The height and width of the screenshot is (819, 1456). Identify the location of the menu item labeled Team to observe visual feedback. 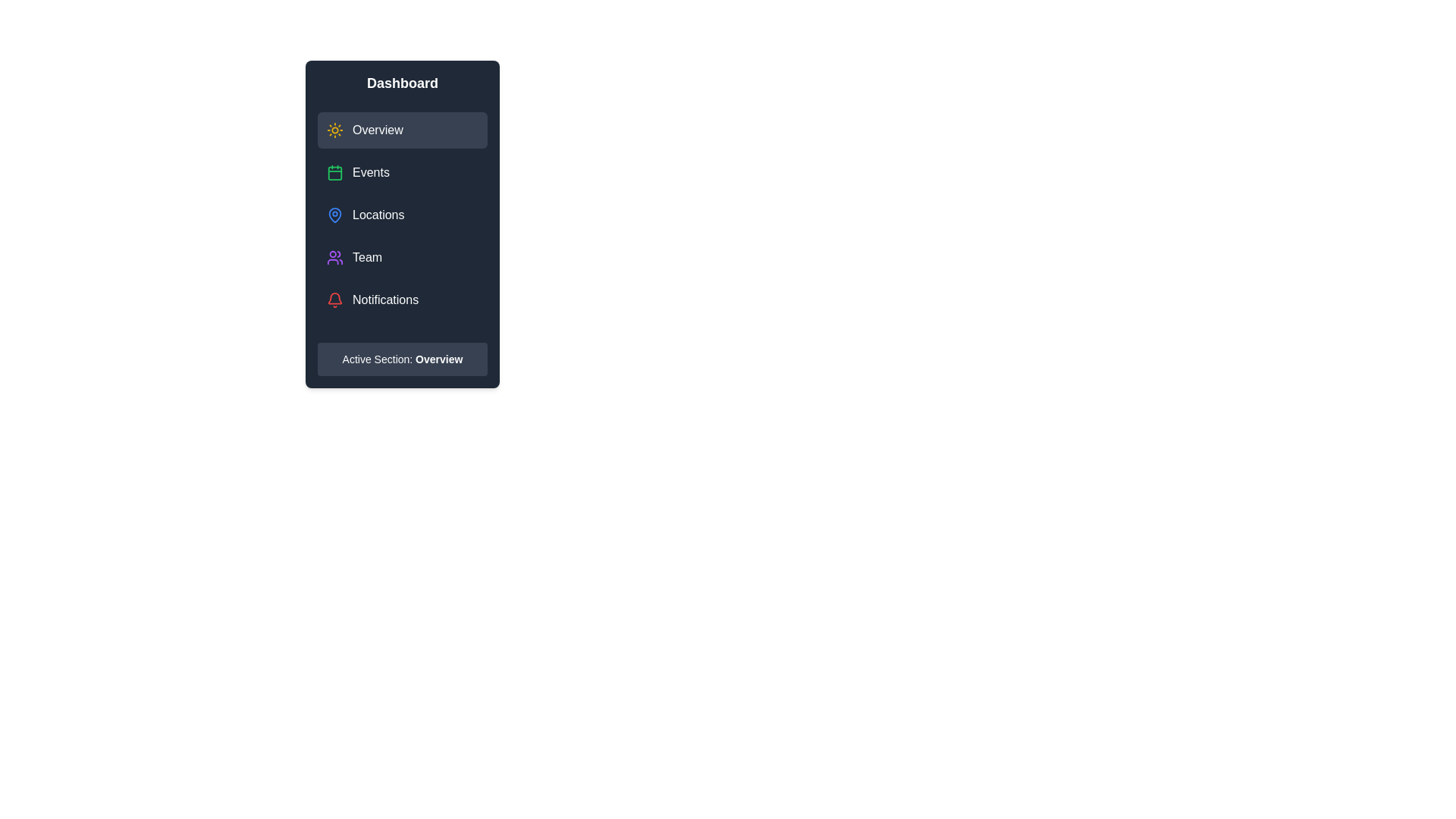
(403, 256).